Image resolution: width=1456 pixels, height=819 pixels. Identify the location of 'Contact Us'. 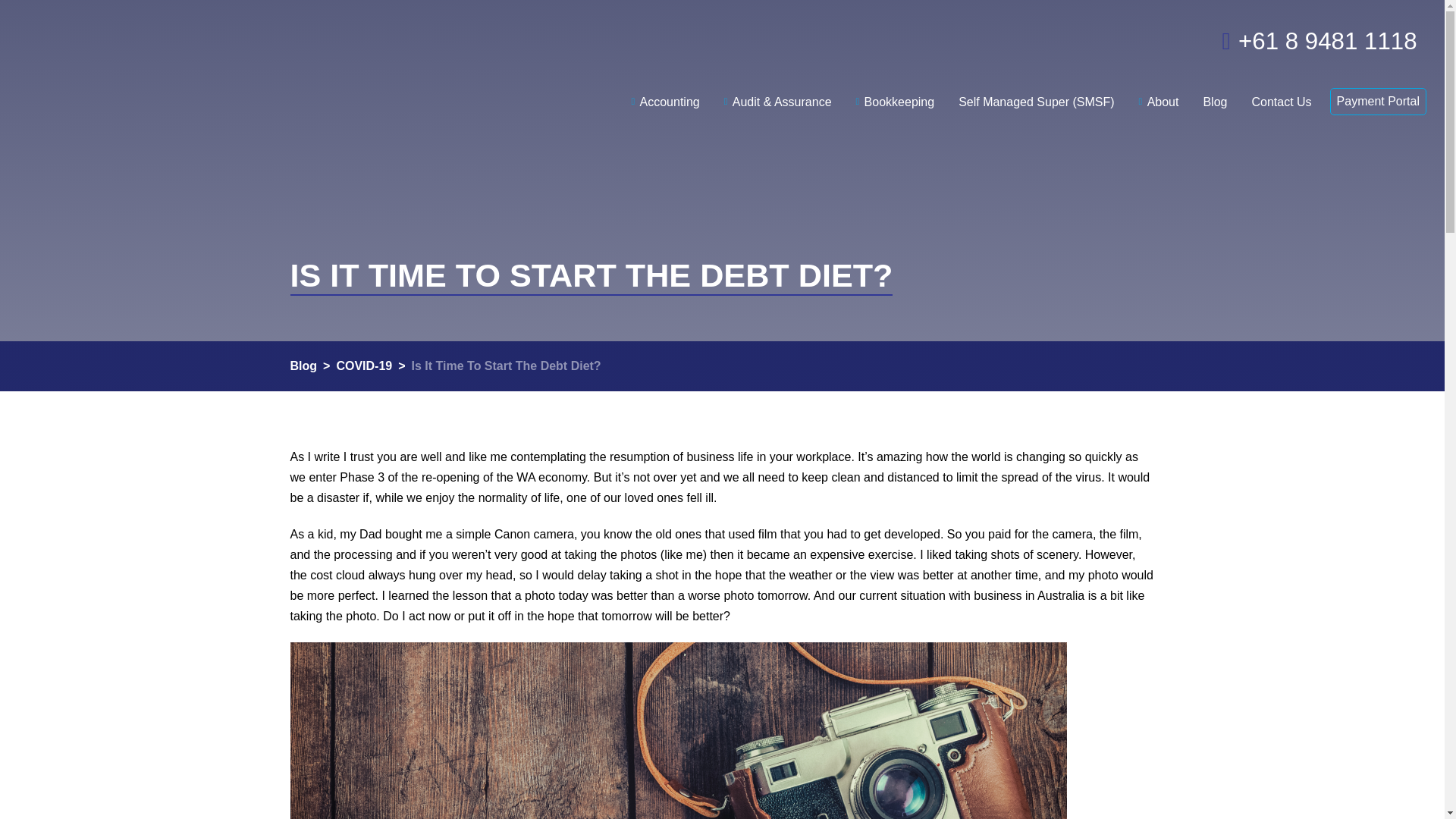
(1280, 90).